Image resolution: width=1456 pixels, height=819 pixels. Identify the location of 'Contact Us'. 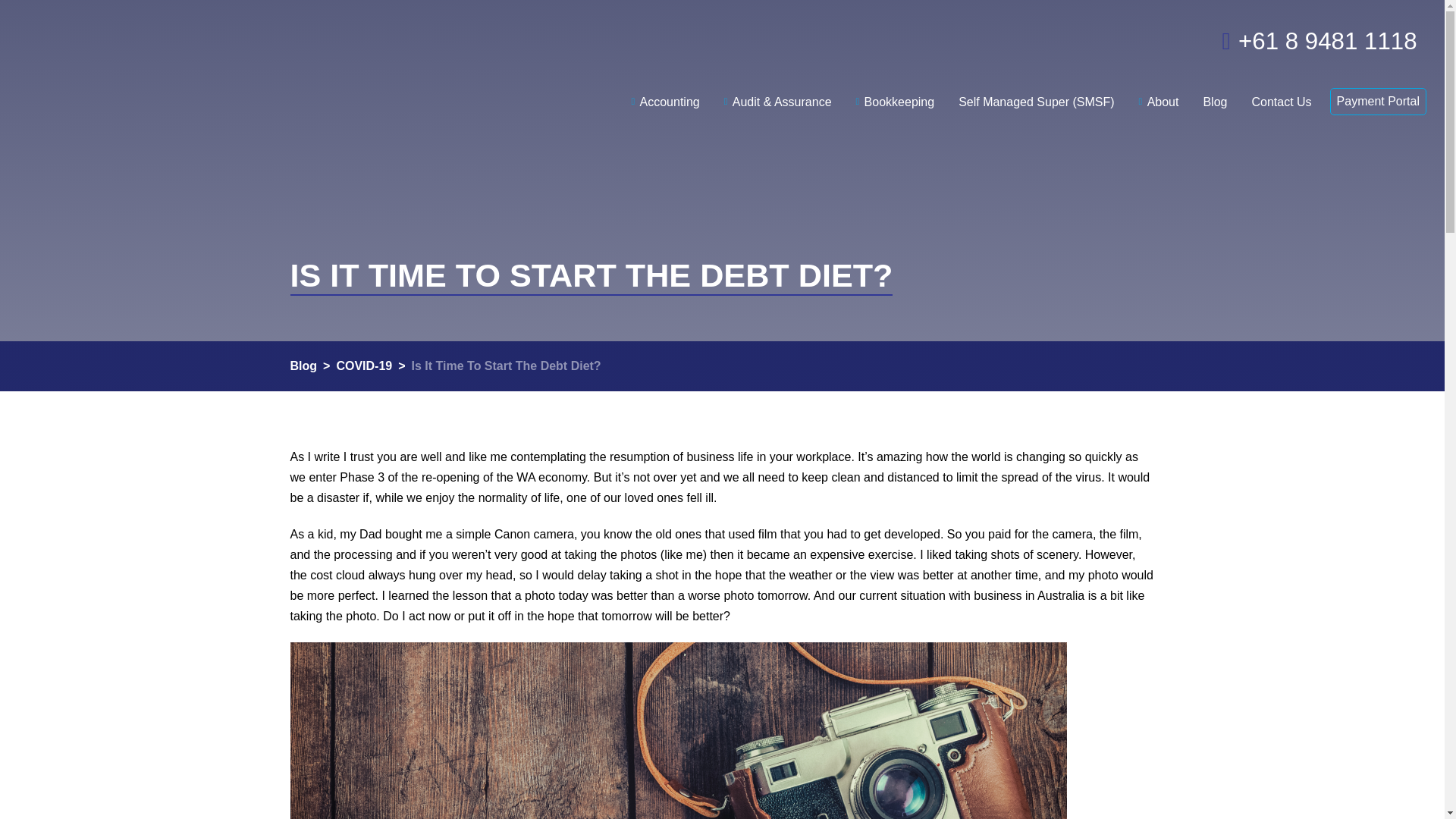
(1280, 90).